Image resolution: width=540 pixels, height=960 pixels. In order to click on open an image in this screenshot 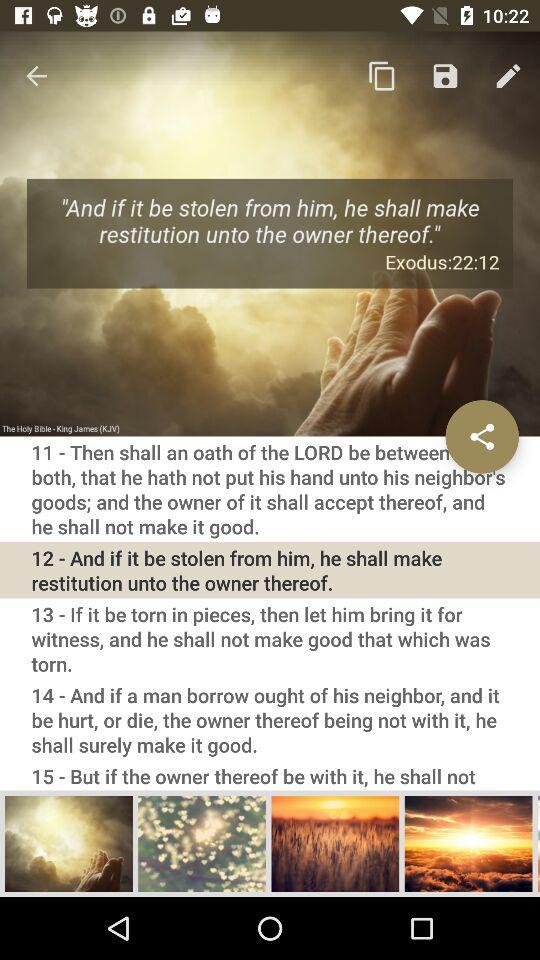, I will do `click(202, 842)`.